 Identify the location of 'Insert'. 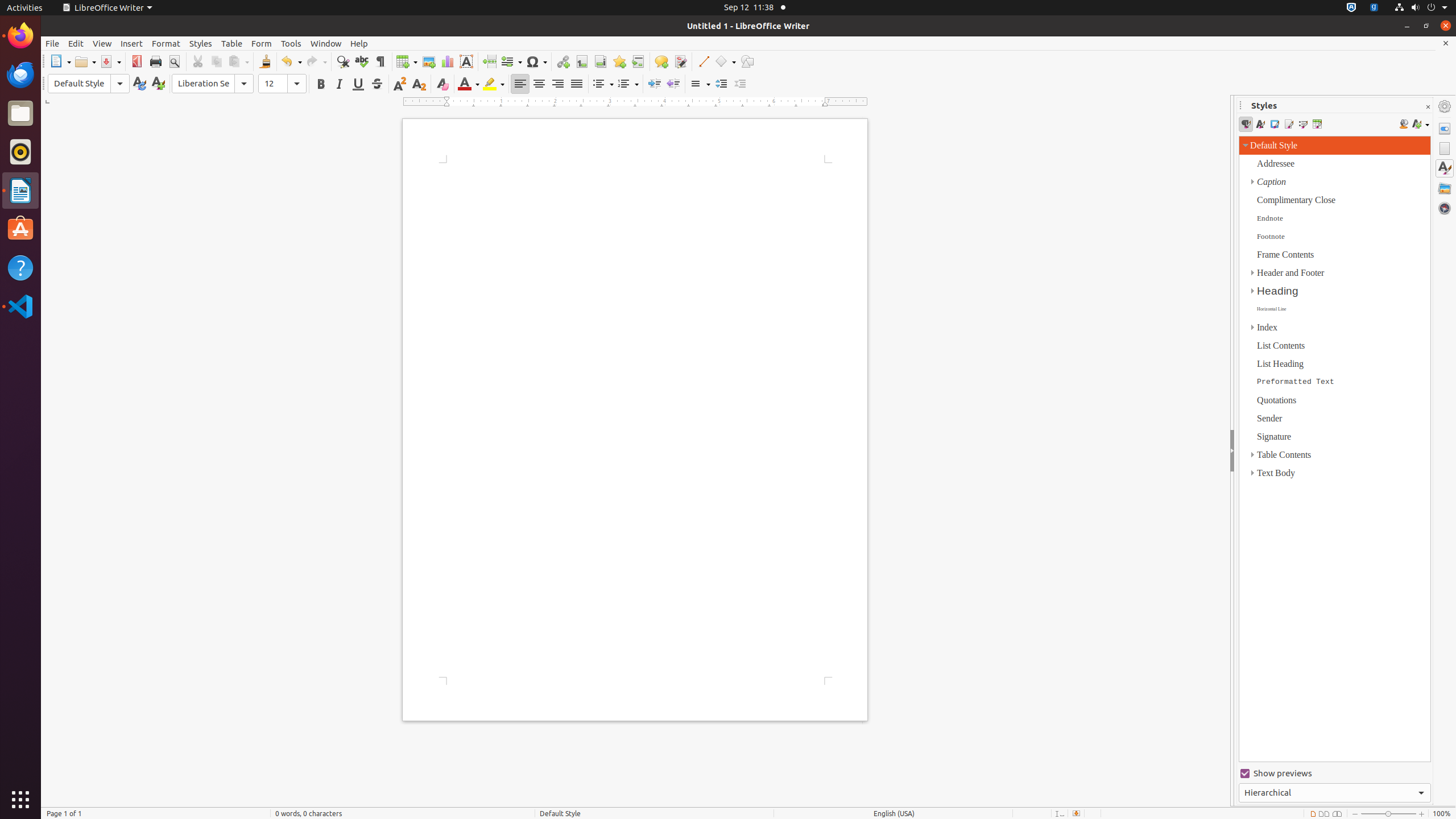
(131, 43).